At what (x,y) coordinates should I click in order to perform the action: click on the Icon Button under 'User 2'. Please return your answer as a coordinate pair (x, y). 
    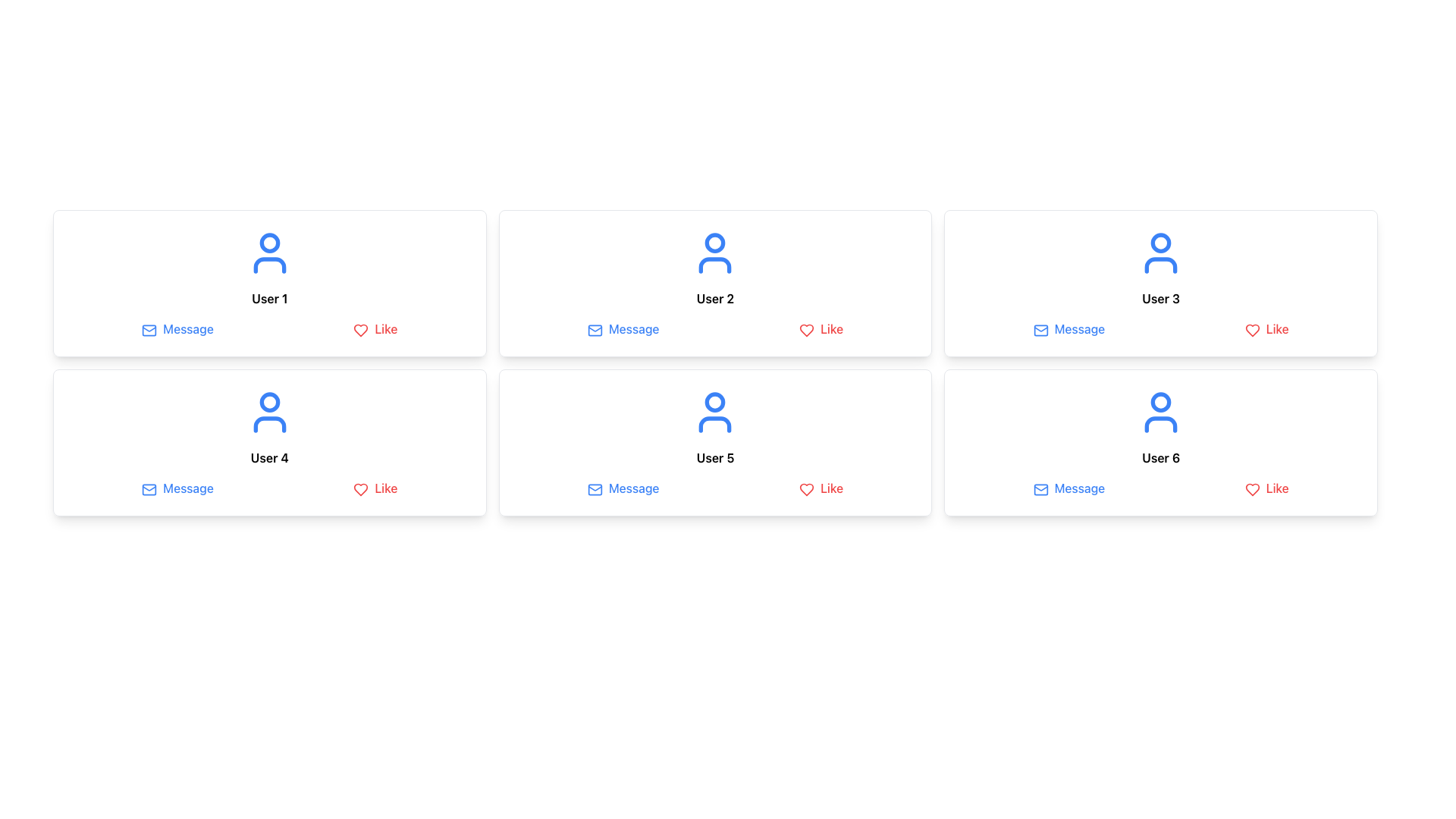
    Looking at the image, I should click on (594, 329).